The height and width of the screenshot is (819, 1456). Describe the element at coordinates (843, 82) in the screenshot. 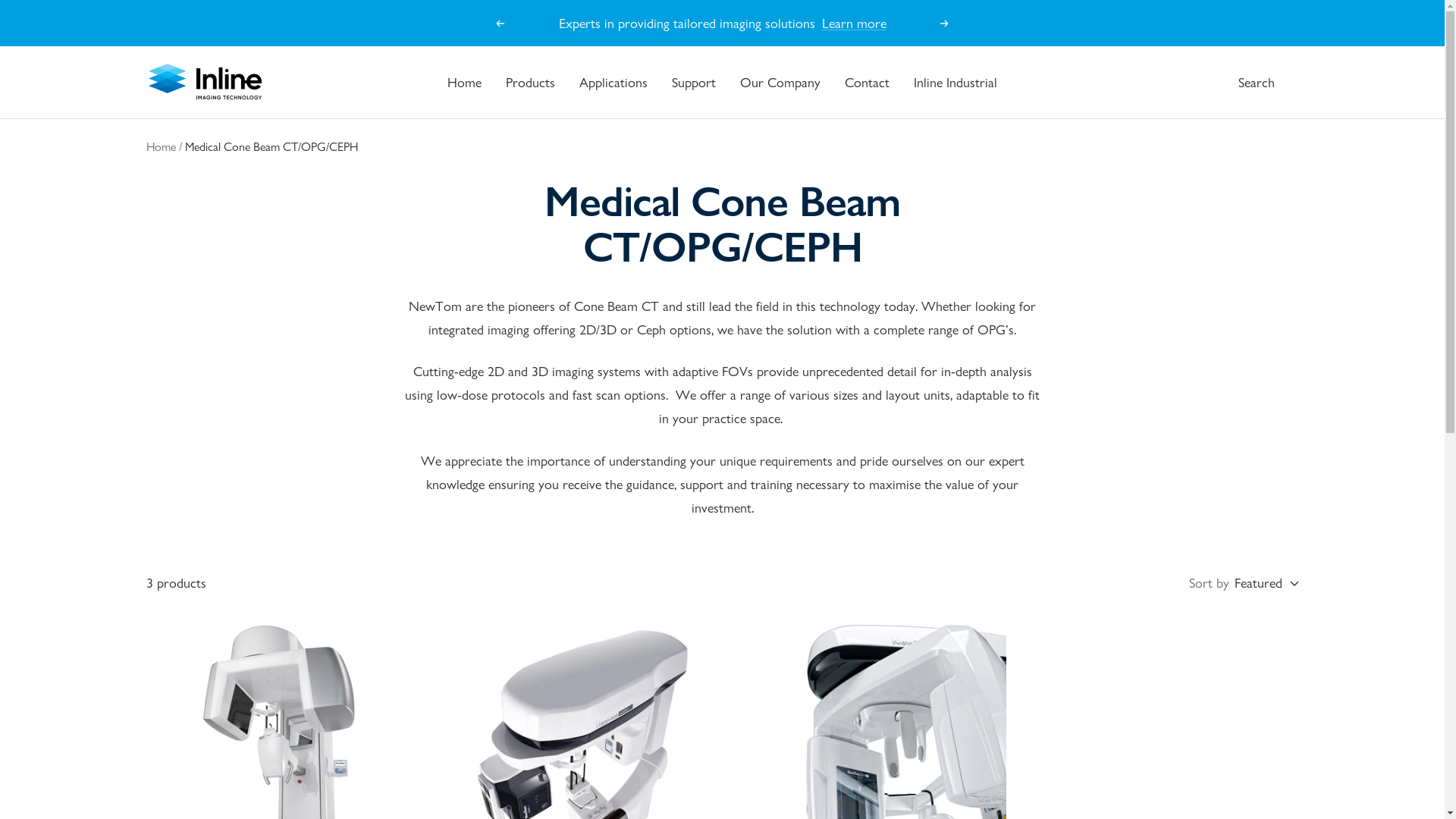

I see `'Contact'` at that location.